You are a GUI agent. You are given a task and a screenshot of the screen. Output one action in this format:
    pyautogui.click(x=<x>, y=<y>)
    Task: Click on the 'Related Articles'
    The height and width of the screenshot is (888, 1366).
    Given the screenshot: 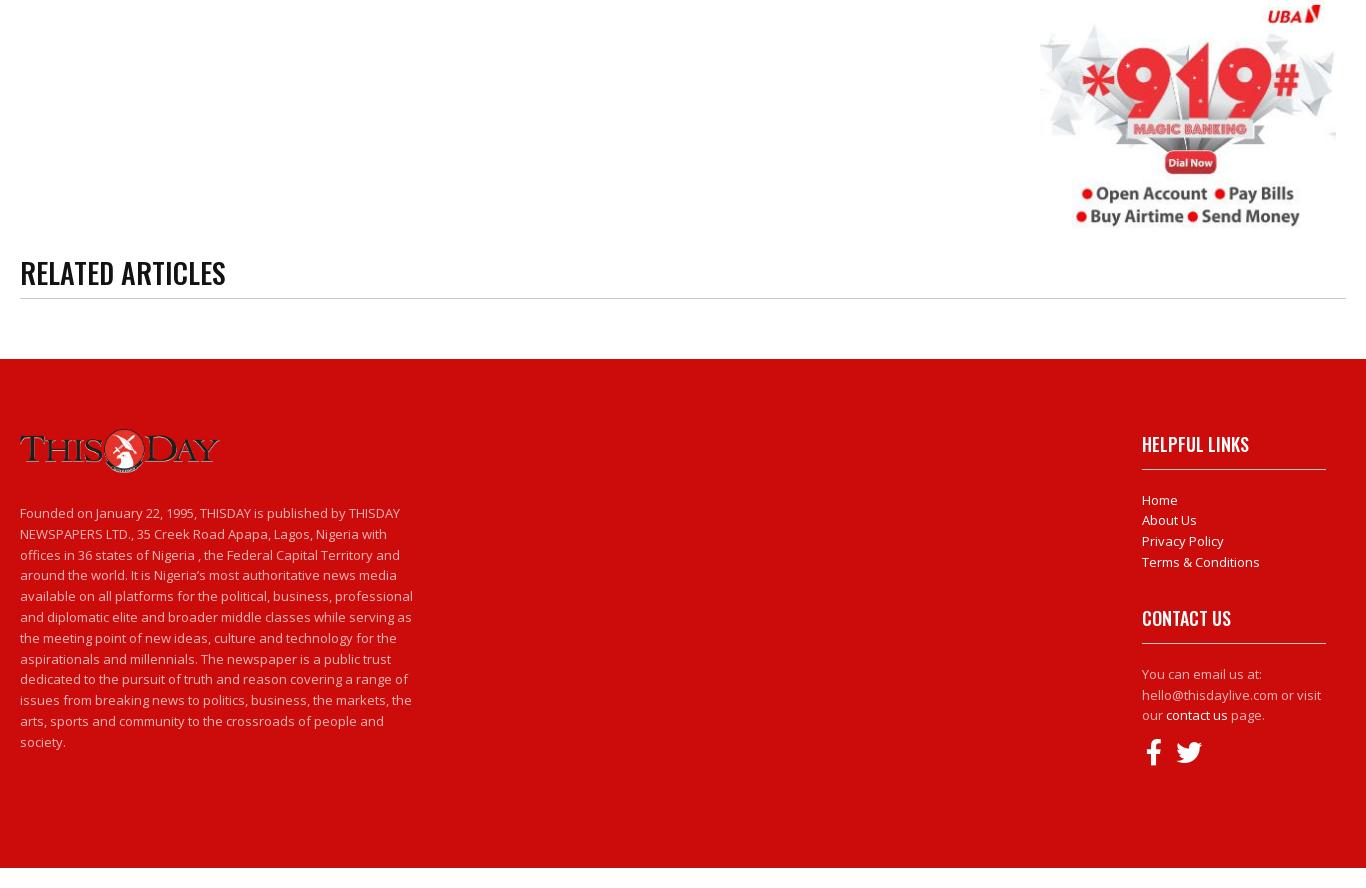 What is the action you would take?
    pyautogui.click(x=121, y=271)
    